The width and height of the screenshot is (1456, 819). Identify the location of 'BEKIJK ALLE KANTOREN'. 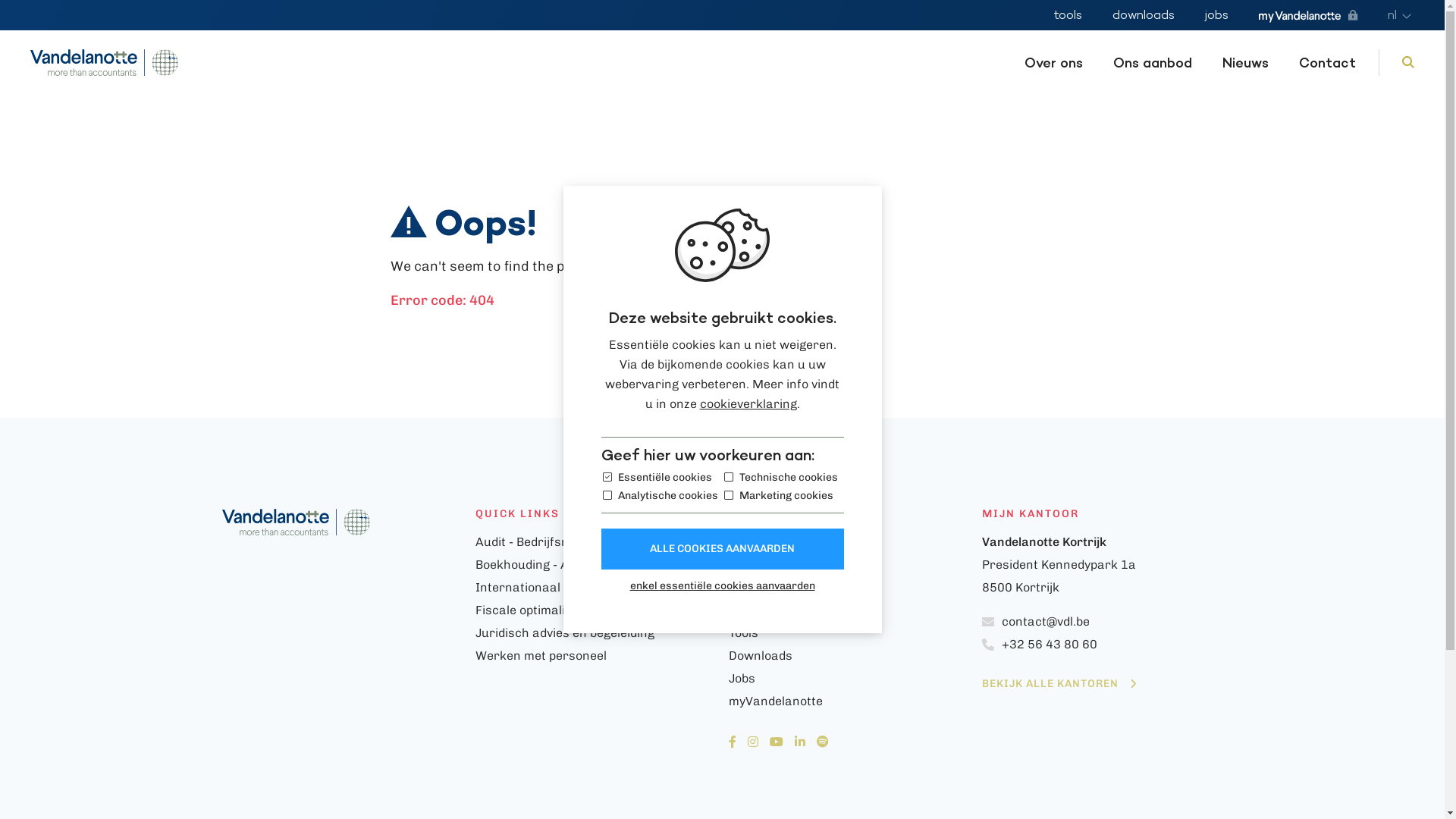
(1058, 684).